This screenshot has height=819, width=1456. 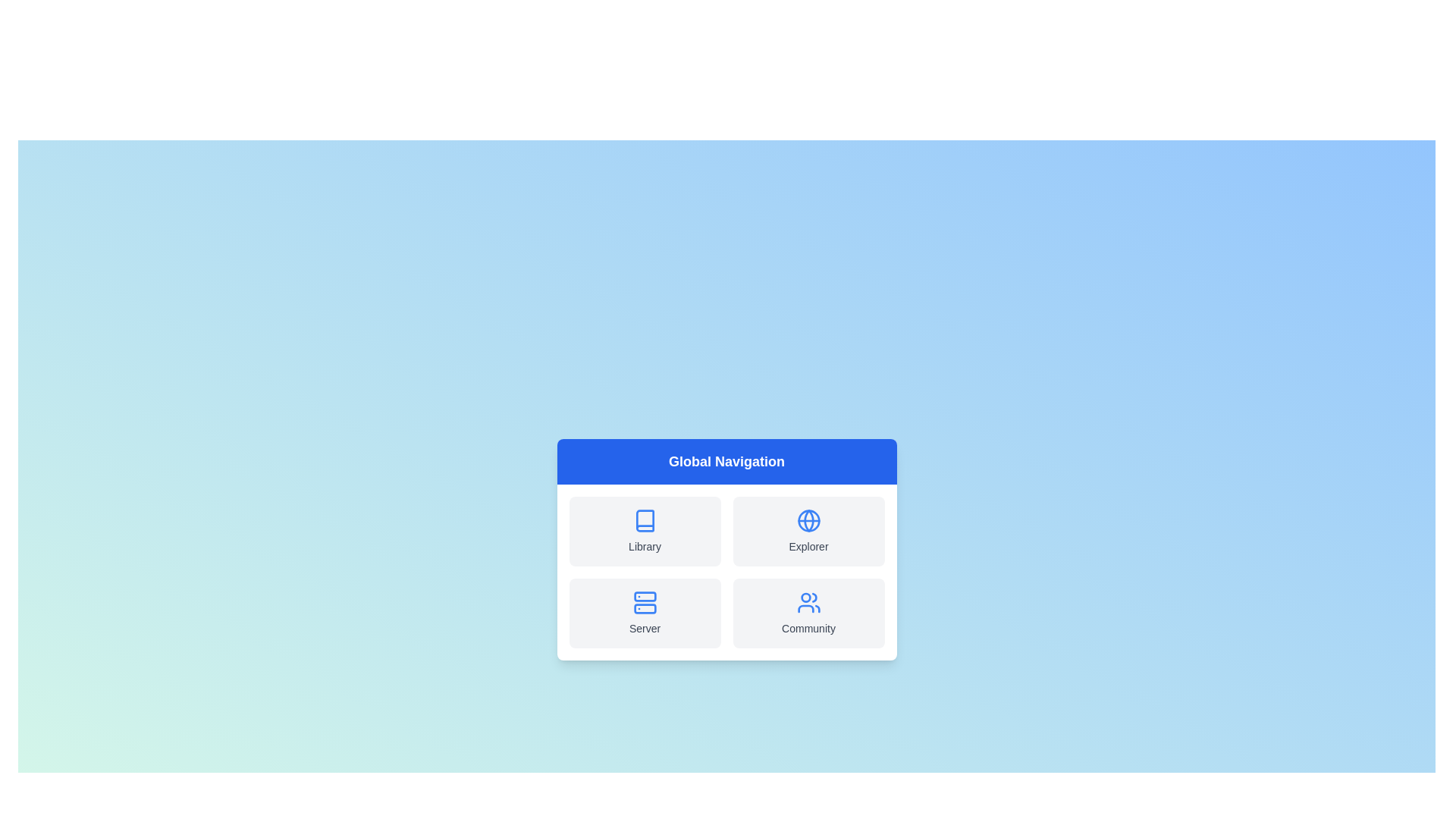 What do you see at coordinates (645, 531) in the screenshot?
I see `the navigation option Library to observe its hover effect` at bounding box center [645, 531].